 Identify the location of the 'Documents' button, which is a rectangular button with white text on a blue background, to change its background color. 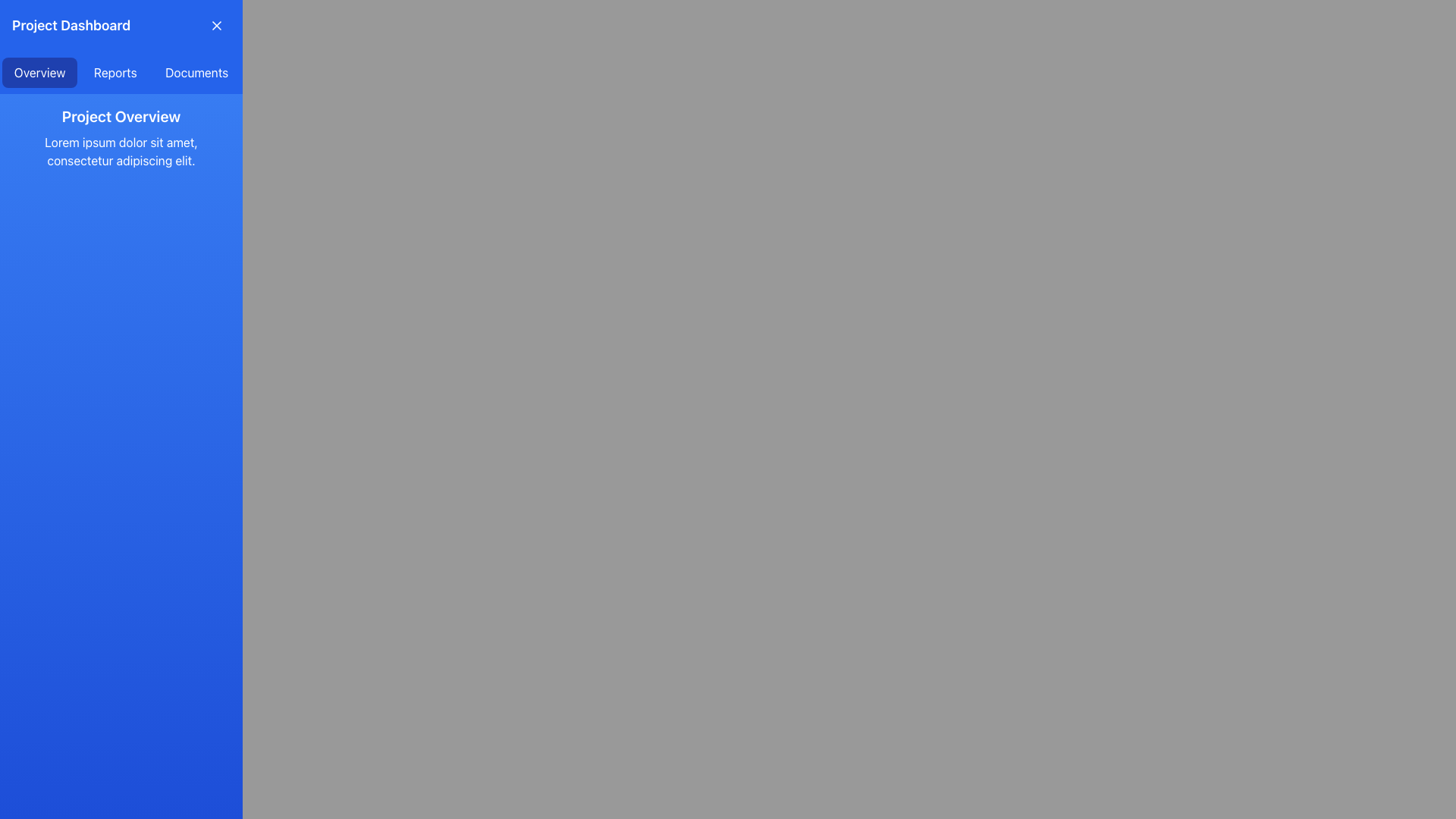
(196, 73).